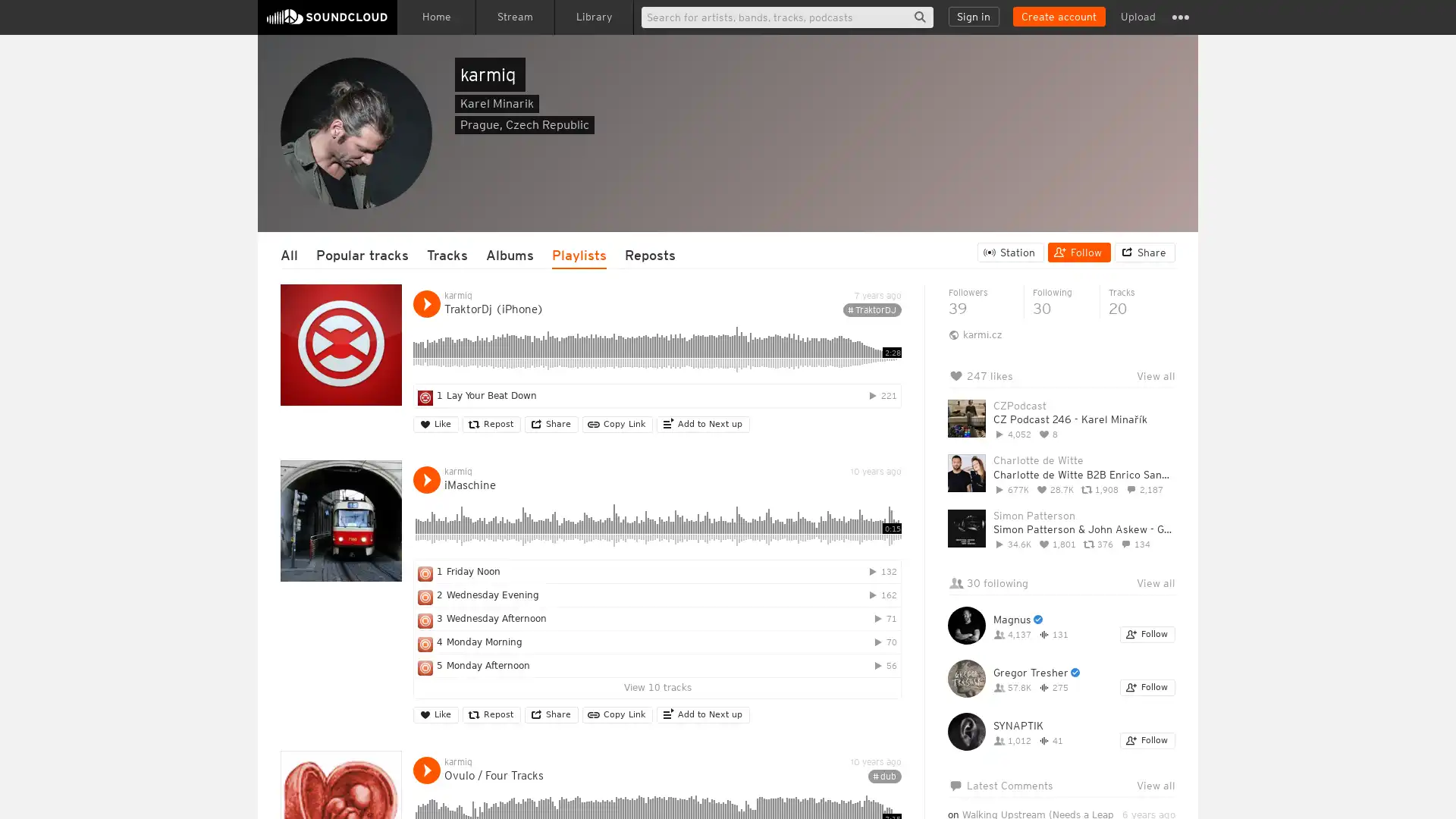 The image size is (1456, 819). I want to click on Follow, so click(1147, 635).